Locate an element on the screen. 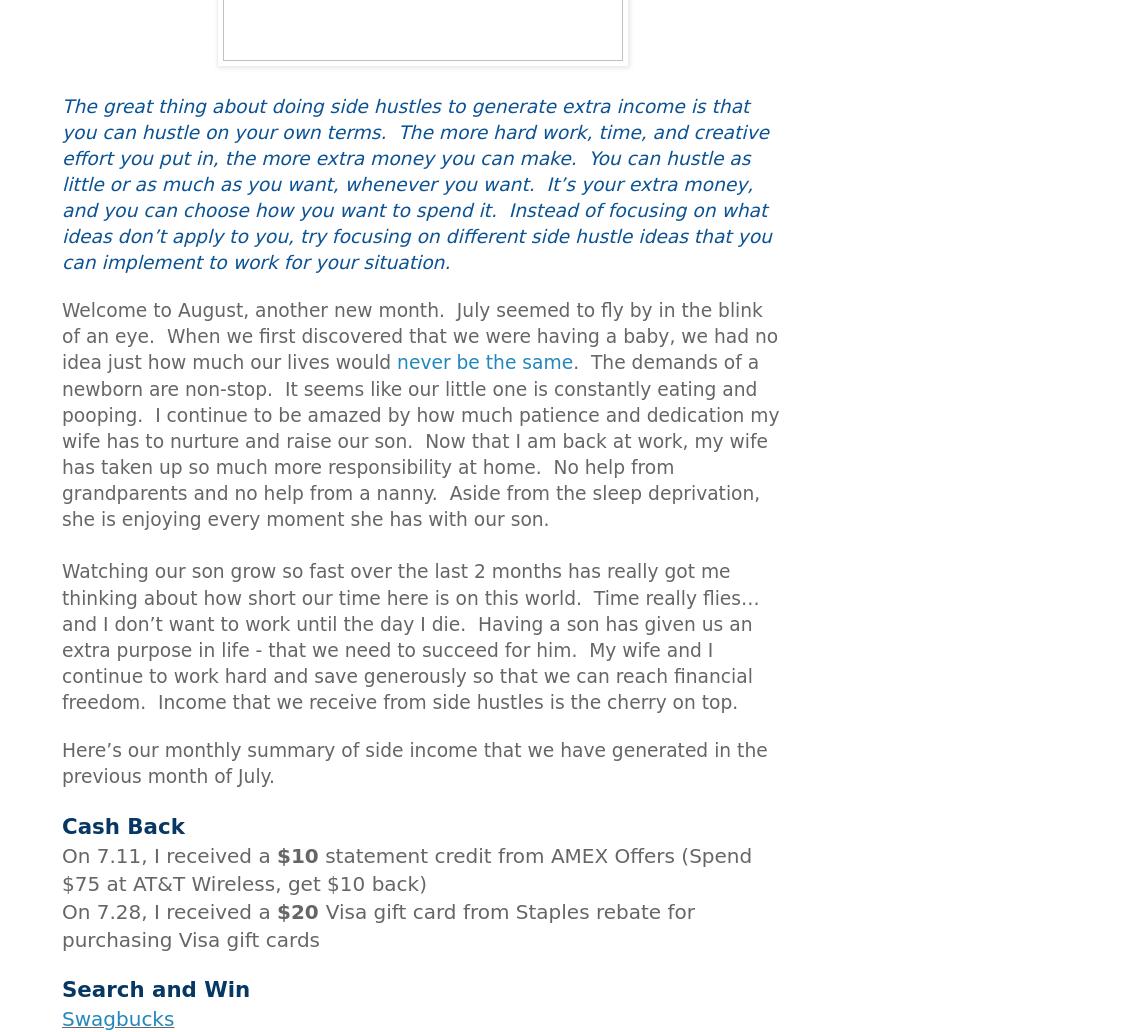  'Visa gift card from Staples rebate
for purchasing Visa gift cards' is located at coordinates (61, 923).